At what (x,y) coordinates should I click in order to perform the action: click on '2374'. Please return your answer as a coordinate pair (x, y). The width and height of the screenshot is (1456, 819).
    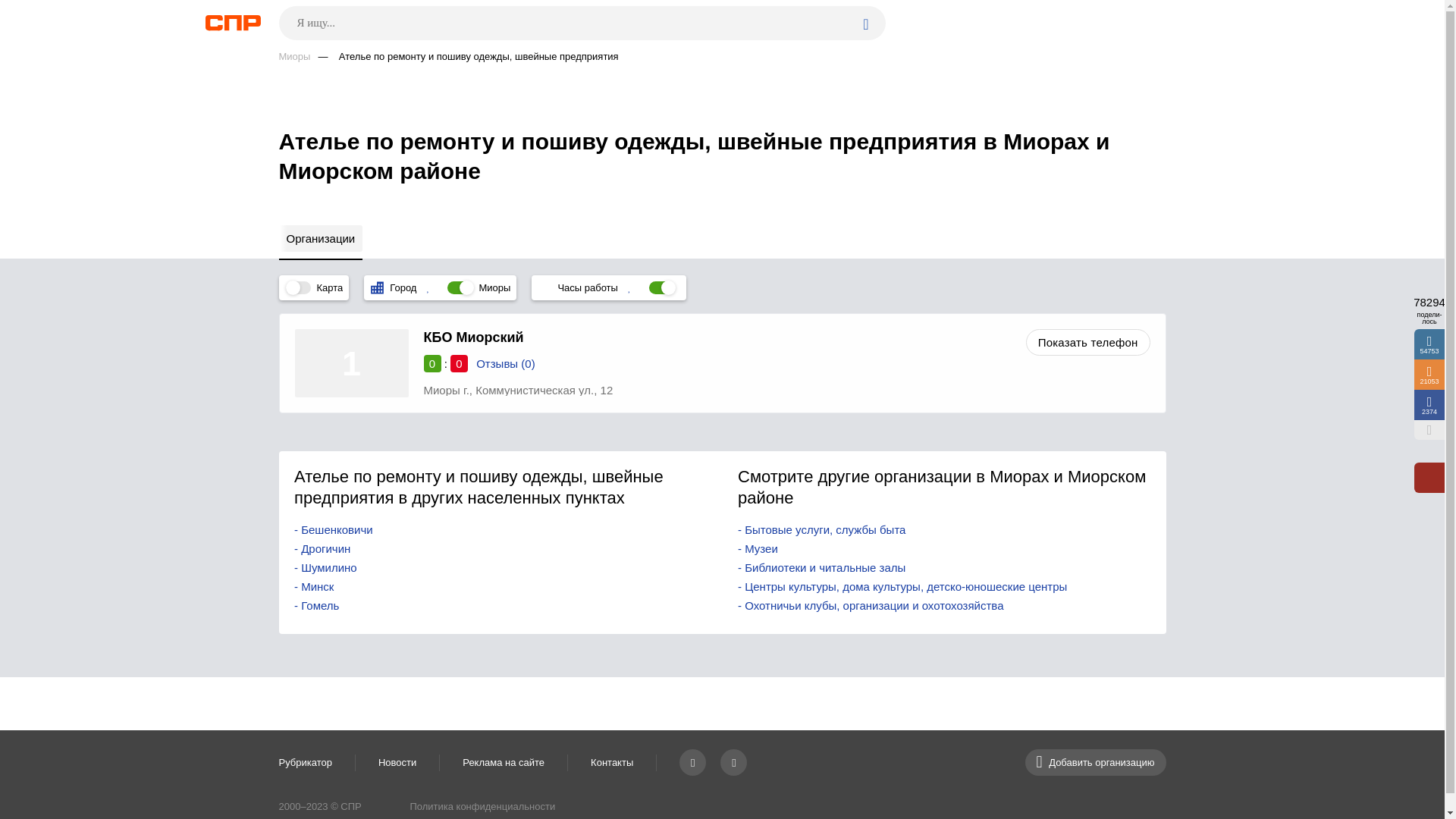
    Looking at the image, I should click on (1414, 403).